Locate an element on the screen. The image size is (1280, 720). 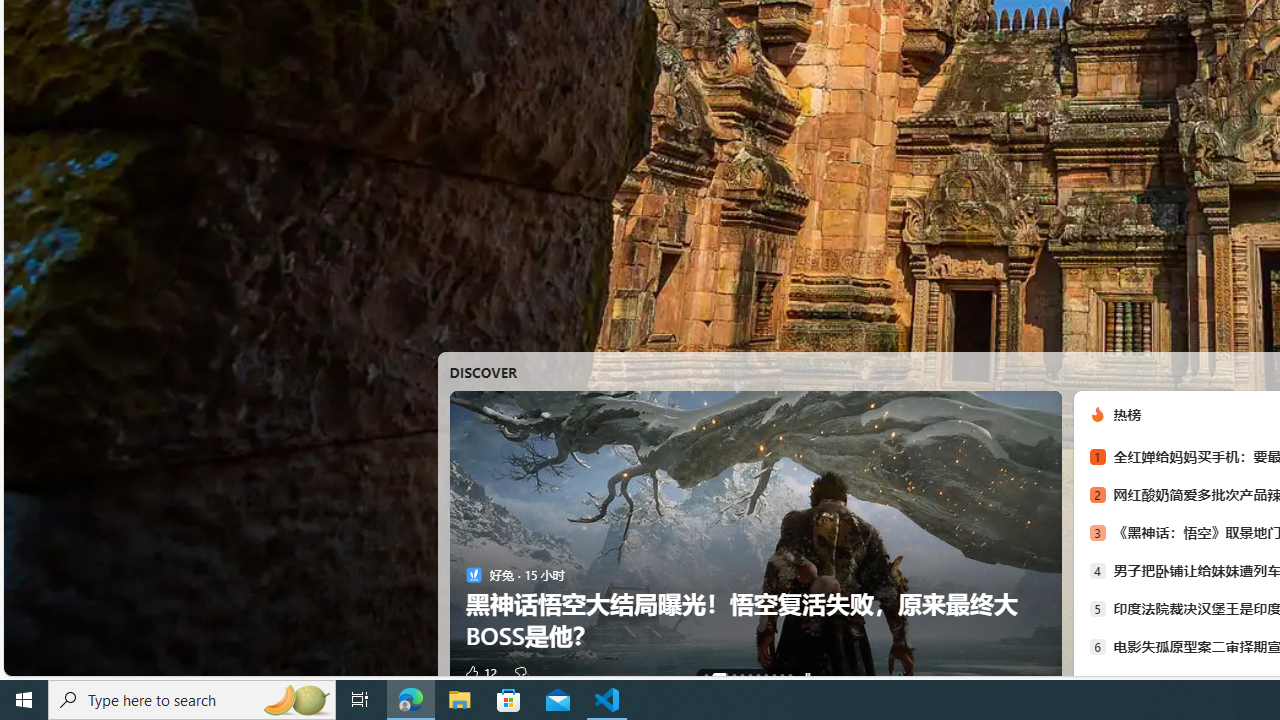
'AutomationID: tab-2' is located at coordinates (727, 675).